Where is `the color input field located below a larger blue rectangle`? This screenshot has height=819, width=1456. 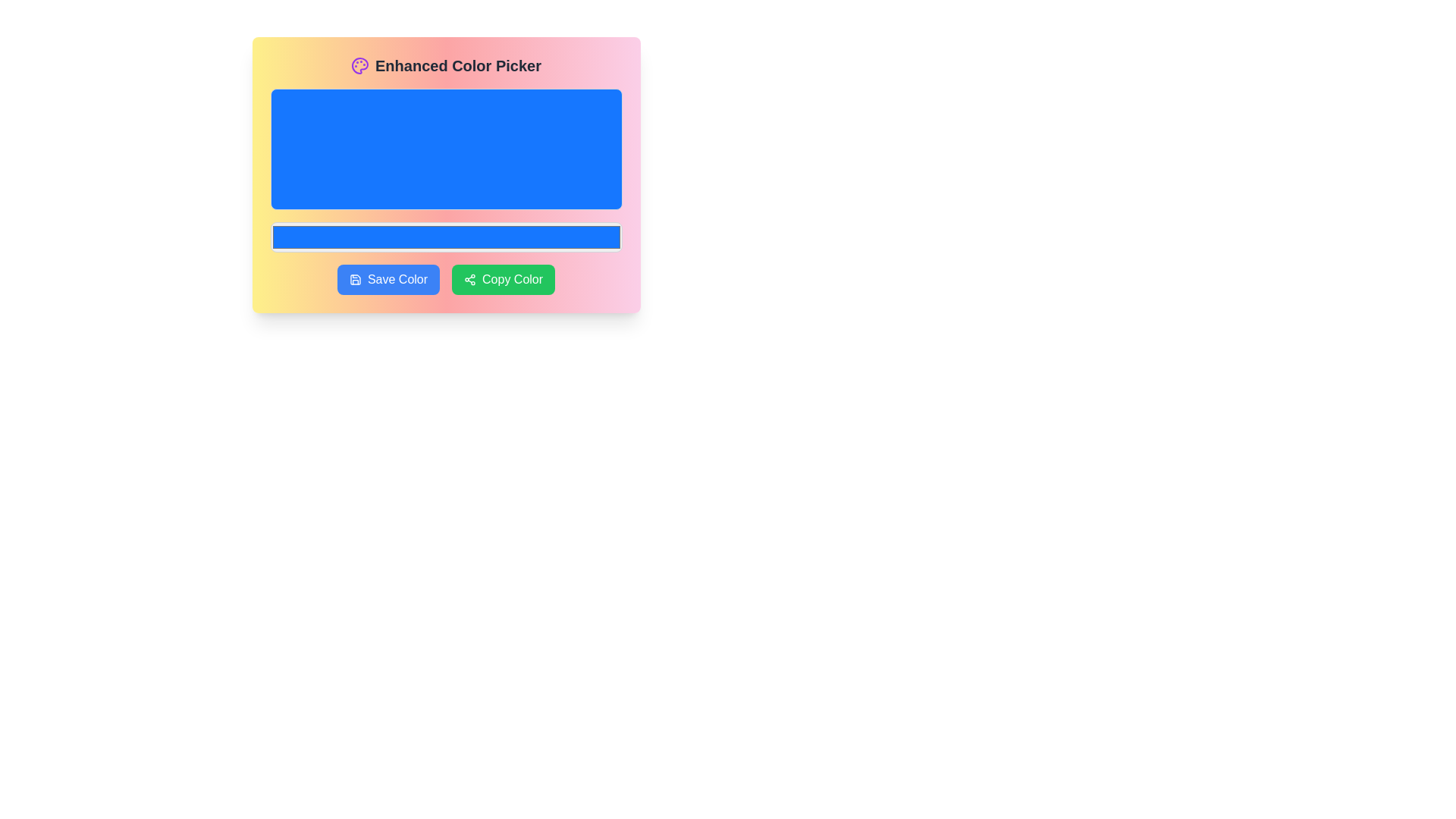 the color input field located below a larger blue rectangle is located at coordinates (445, 237).